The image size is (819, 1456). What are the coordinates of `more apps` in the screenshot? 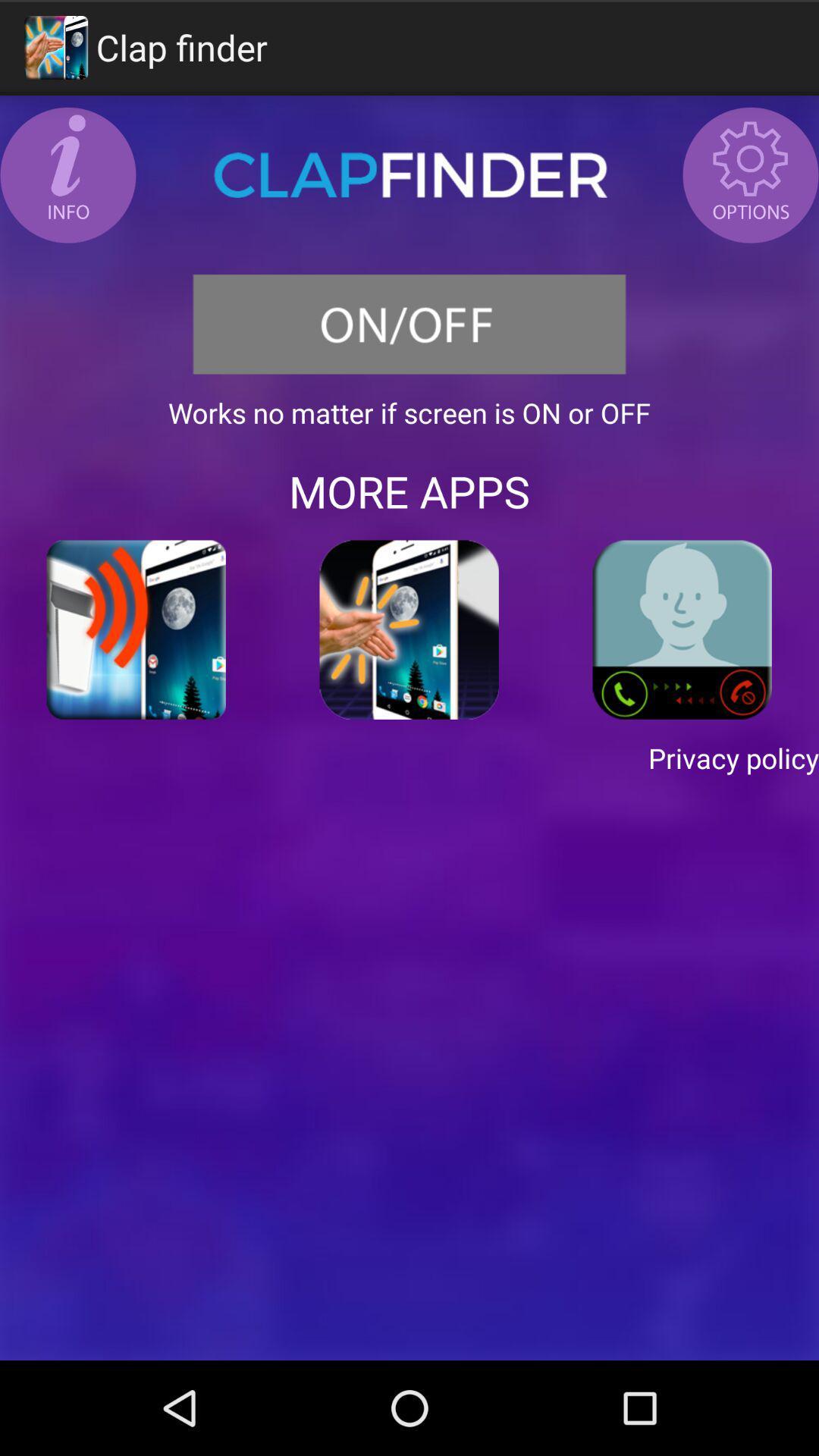 It's located at (409, 629).